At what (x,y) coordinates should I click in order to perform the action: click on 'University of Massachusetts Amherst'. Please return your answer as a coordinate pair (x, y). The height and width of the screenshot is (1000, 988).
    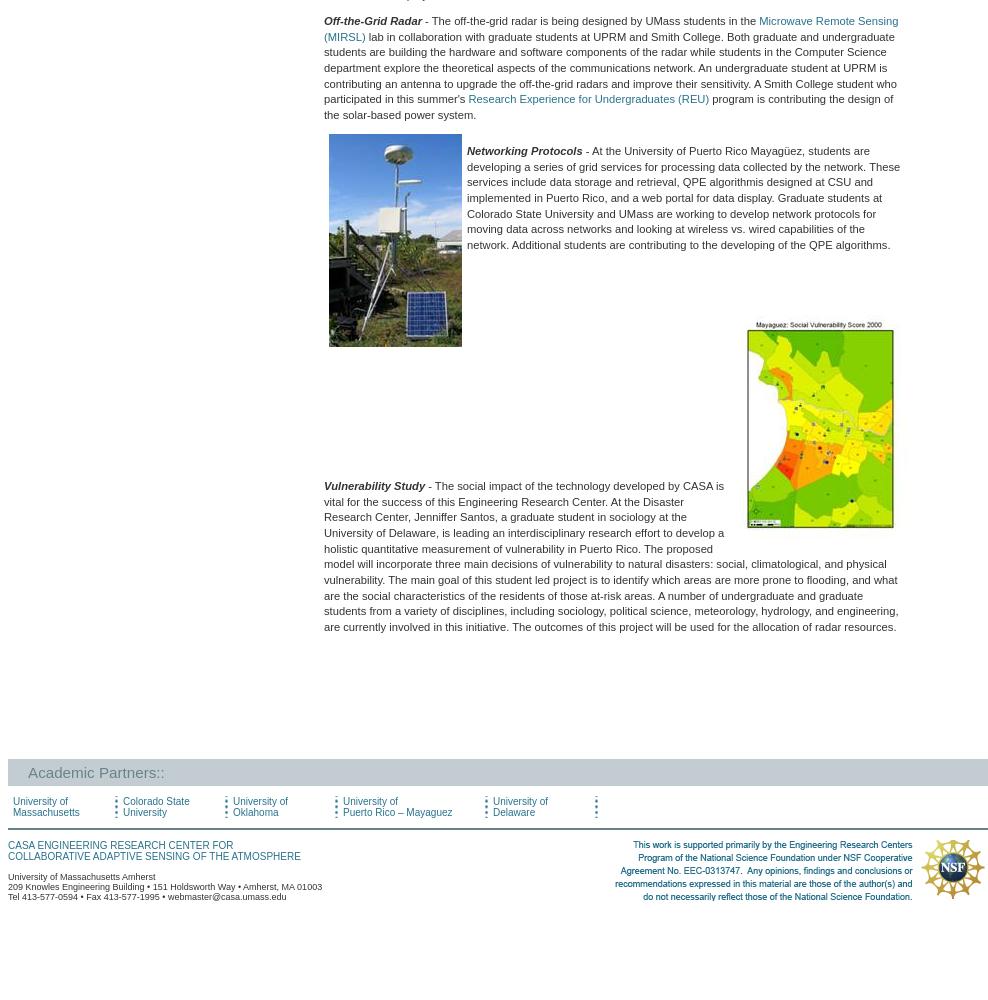
    Looking at the image, I should click on (7, 876).